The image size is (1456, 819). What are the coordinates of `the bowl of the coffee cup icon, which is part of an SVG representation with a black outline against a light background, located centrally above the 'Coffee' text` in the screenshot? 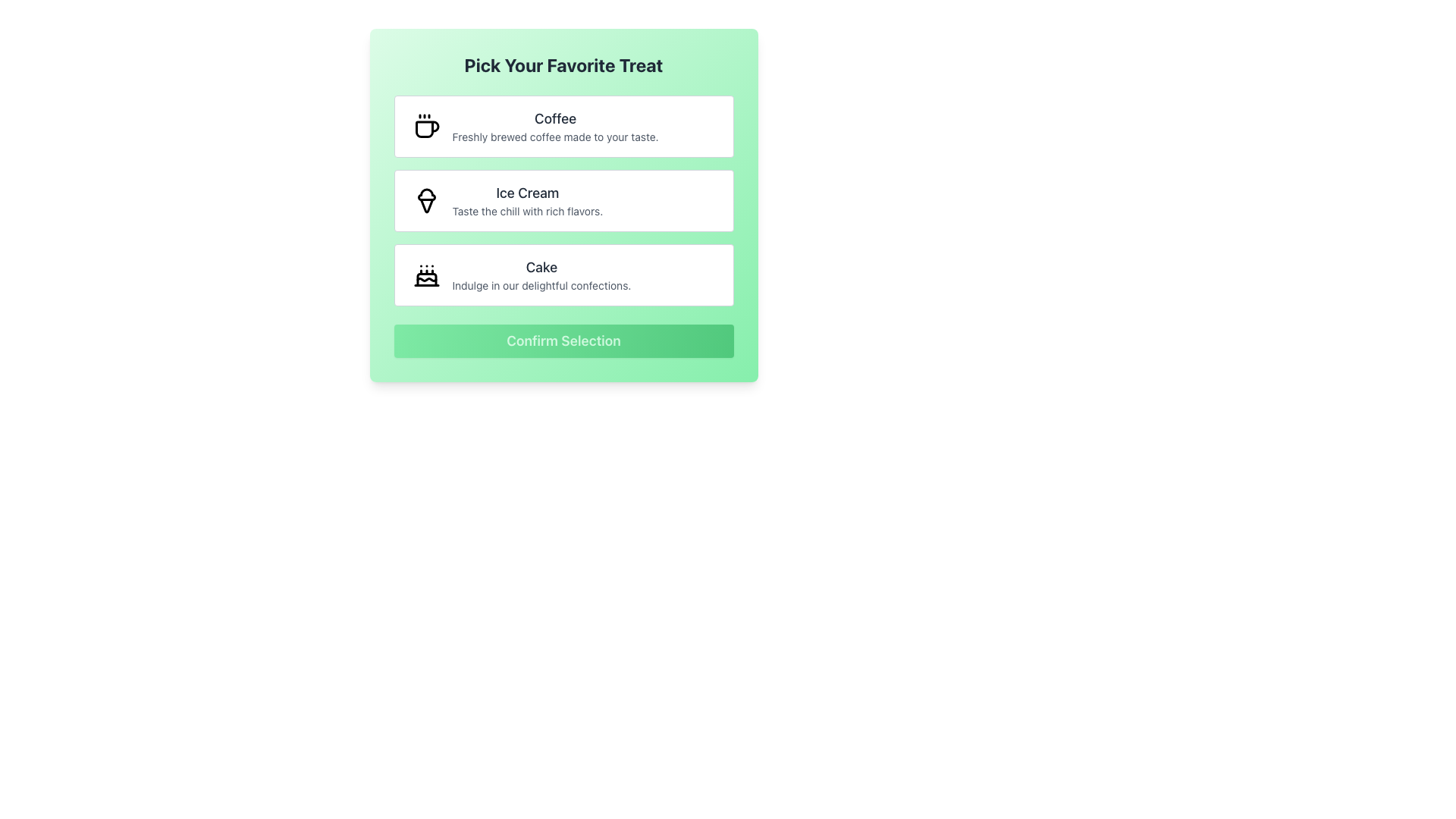 It's located at (426, 128).